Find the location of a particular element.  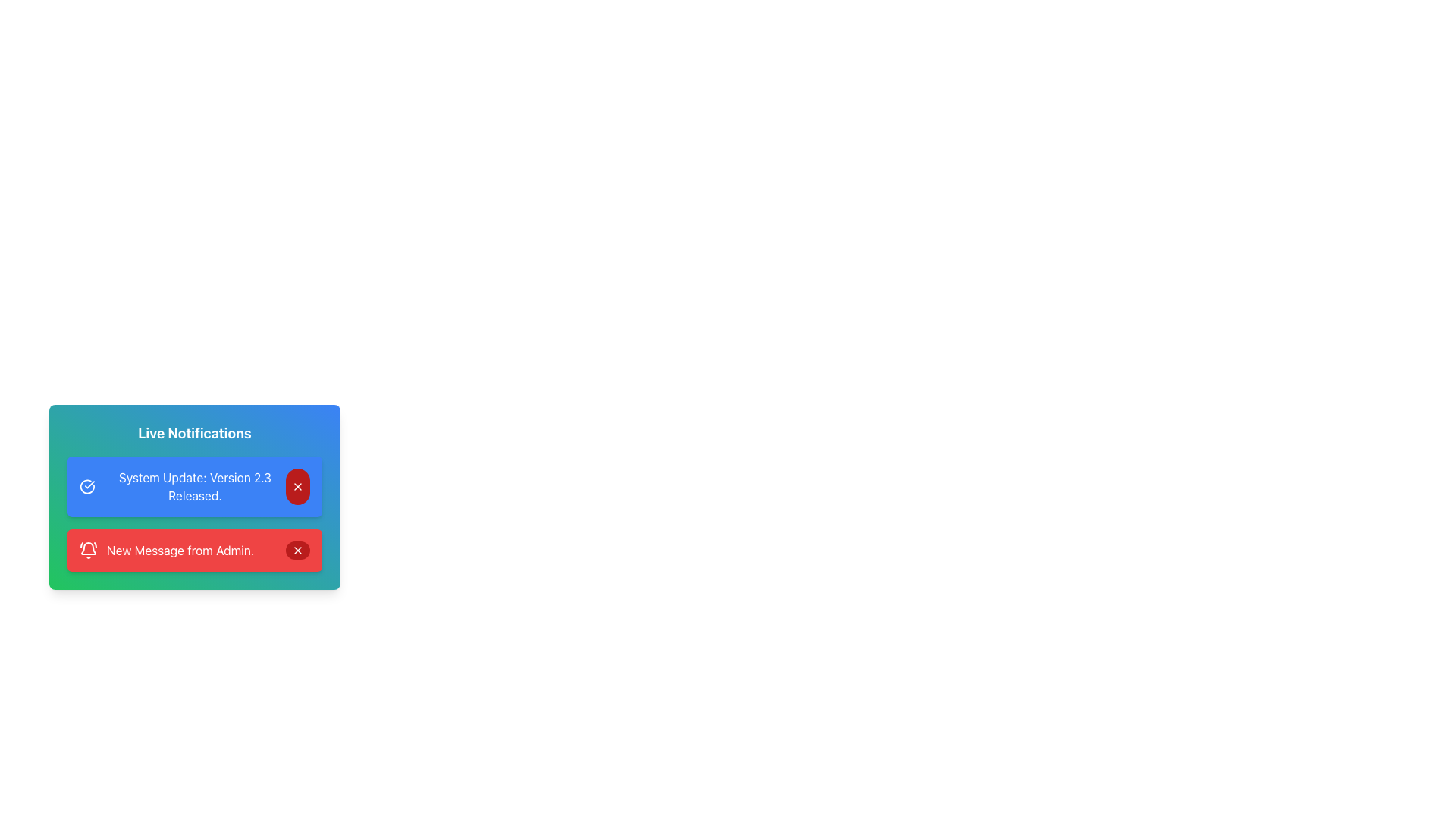

the first Informational Text Block in the 'Live Notifications' section that displays system update details is located at coordinates (194, 513).